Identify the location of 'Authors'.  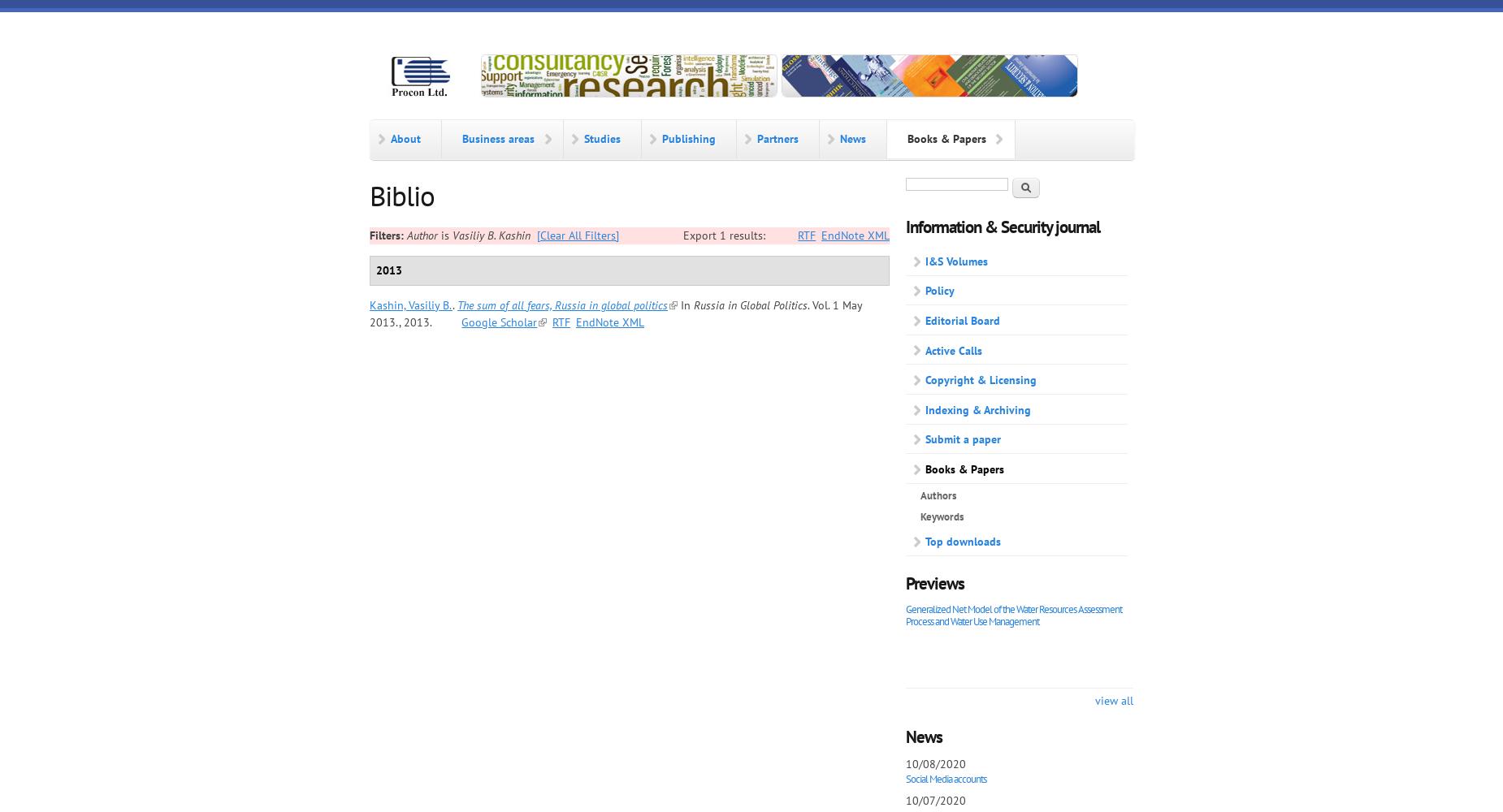
(919, 494).